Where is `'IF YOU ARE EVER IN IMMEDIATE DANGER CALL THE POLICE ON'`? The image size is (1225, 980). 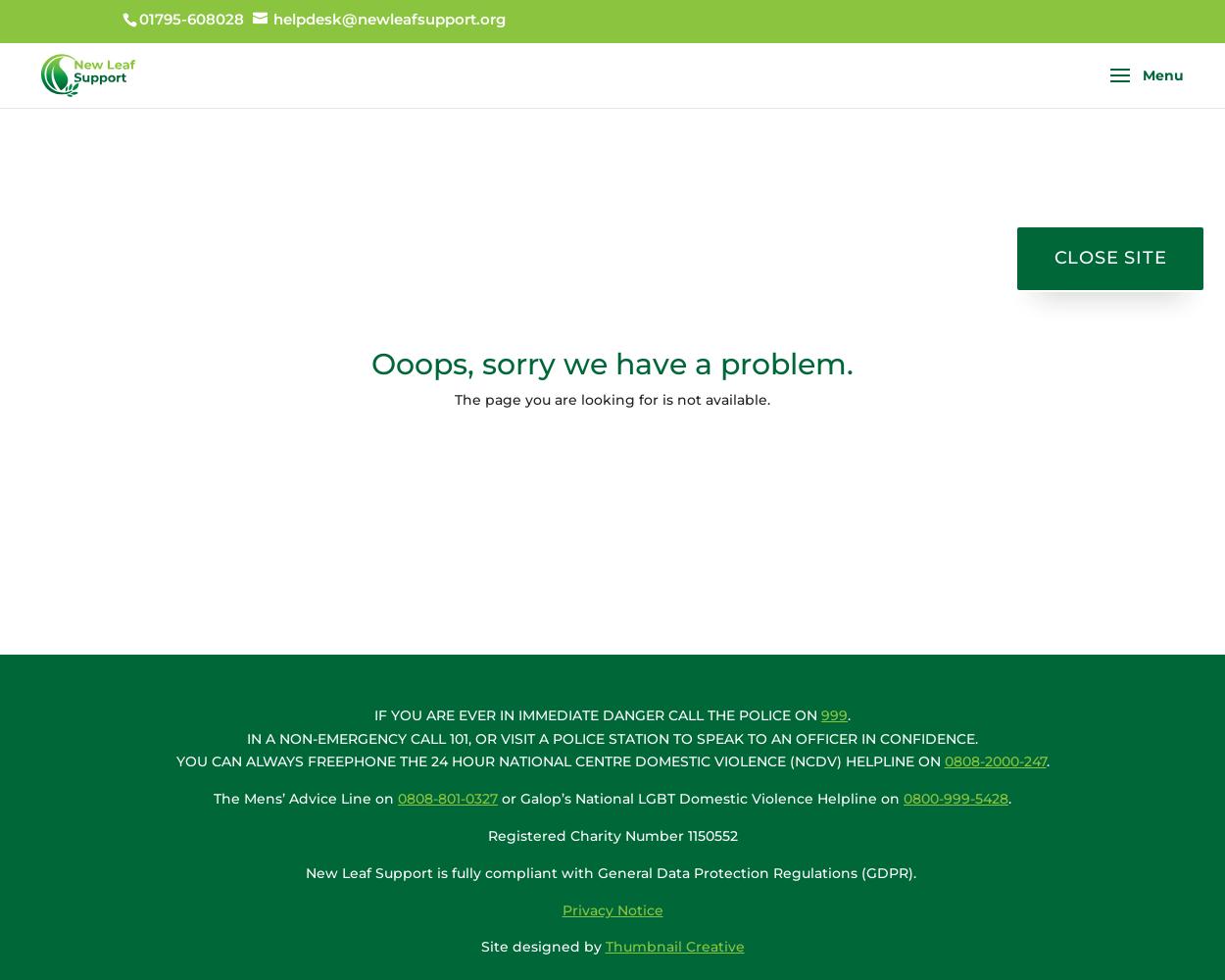
'IF YOU ARE EVER IN IMMEDIATE DANGER CALL THE POLICE ON' is located at coordinates (597, 713).